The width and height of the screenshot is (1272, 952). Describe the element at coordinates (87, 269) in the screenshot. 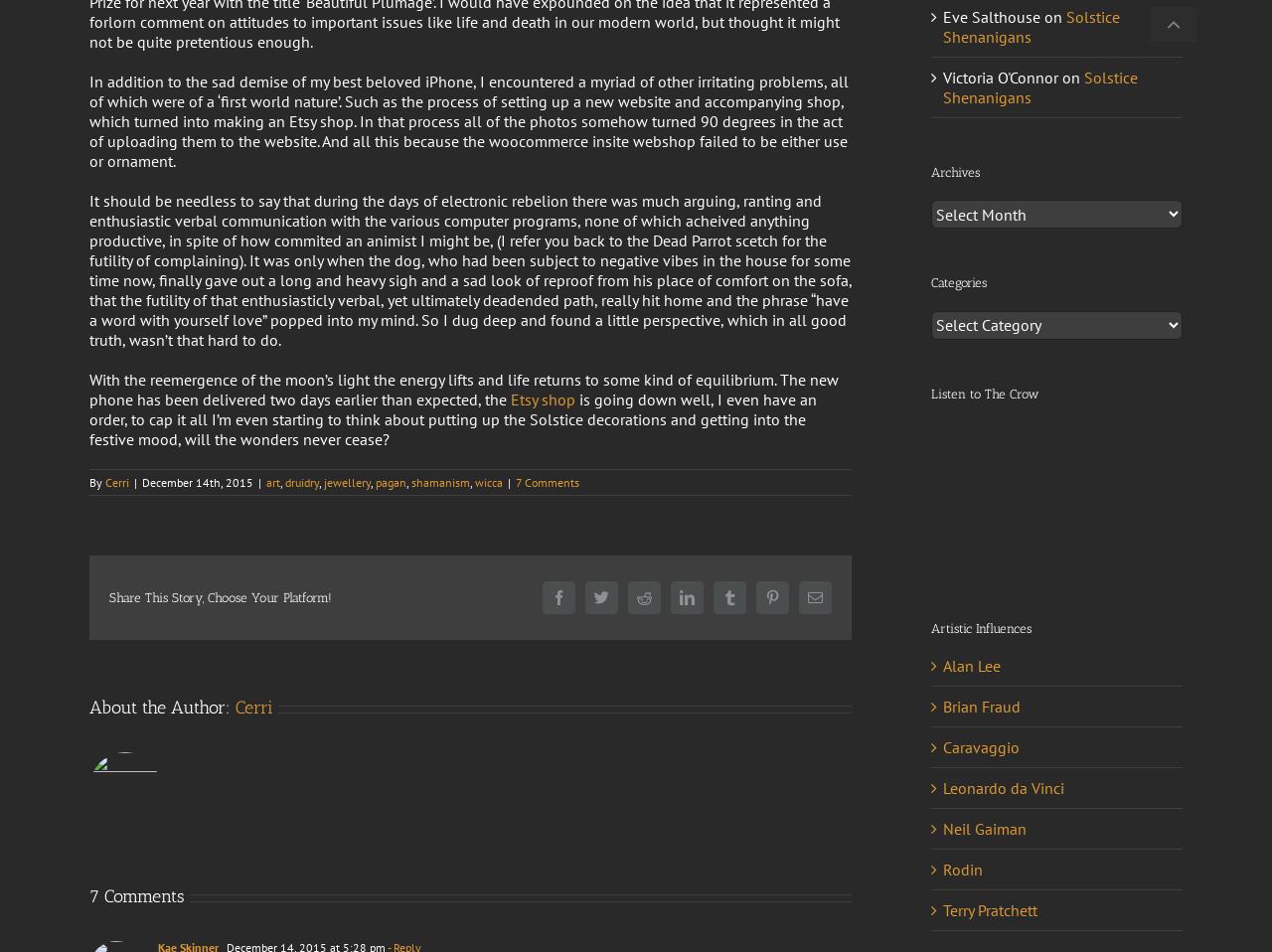

I see `'It should be needless to say that during the days of electronic rebelion there was much arguing, ranting and enthusiastic verbal communication with the various computer programs, none of which acheived anything productive, in spite of how commited an animist I might be, (I refer you back to the Dead Parrot scetch for the futility of complaining). It was only when the dog, who had been subject to negative vibes in the house for some time now, finally gave out a long and heavy sigh and a sad look of reproof from his place of comfort on the sofa, that the futility of that enthusiasticly verbal, yet ultimately deadended path, really hit home and the phrase “have a word with yourself love” popped into my mind. So I dug deep and found a little perspective, which in all good truth, wasn’t that hard to do.'` at that location.